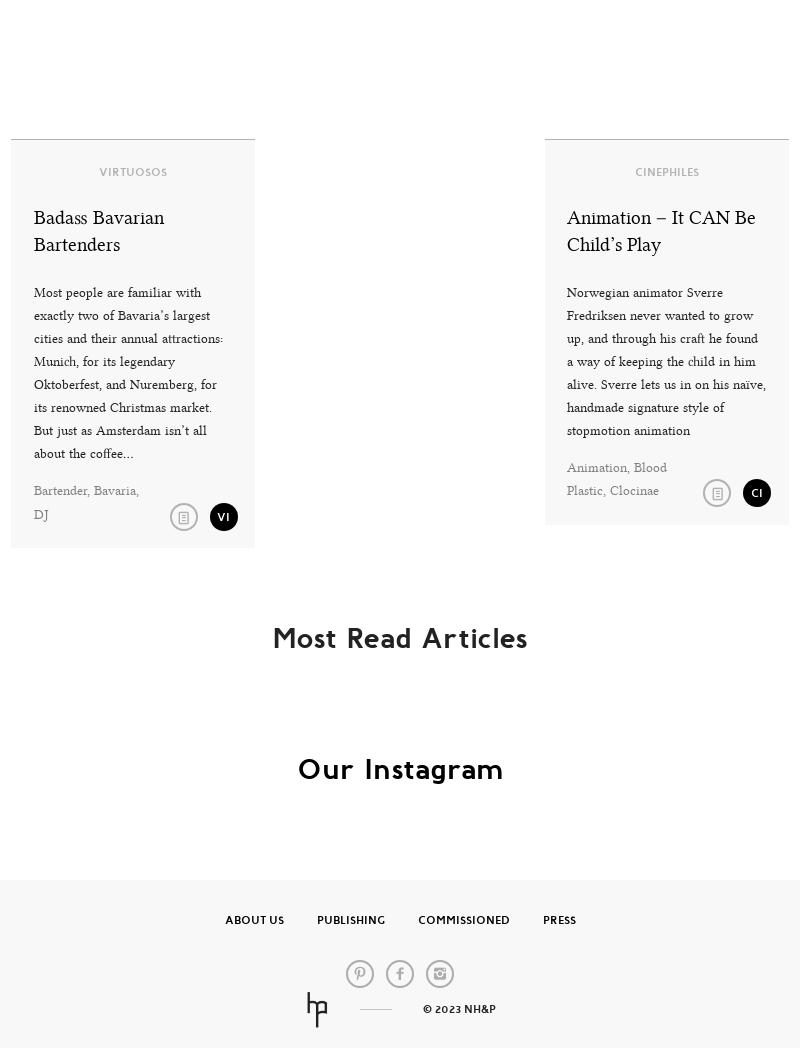 The image size is (800, 1048). Describe the element at coordinates (558, 920) in the screenshot. I see `'Press'` at that location.